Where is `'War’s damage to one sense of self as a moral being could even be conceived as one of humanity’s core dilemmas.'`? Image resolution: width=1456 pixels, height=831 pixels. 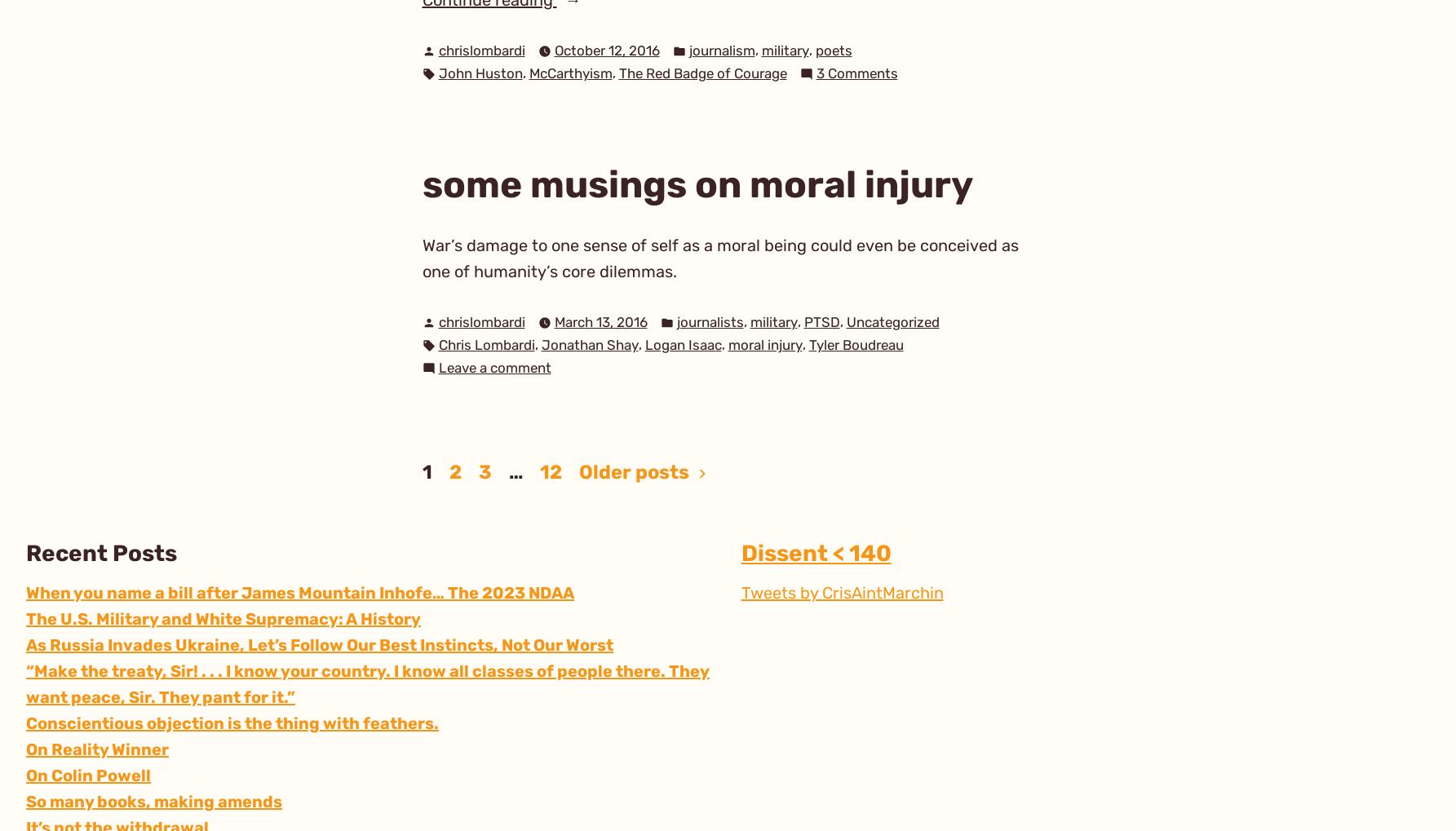
'War’s damage to one sense of self as a moral being could even be conceived as one of humanity’s core dilemmas.' is located at coordinates (719, 256).